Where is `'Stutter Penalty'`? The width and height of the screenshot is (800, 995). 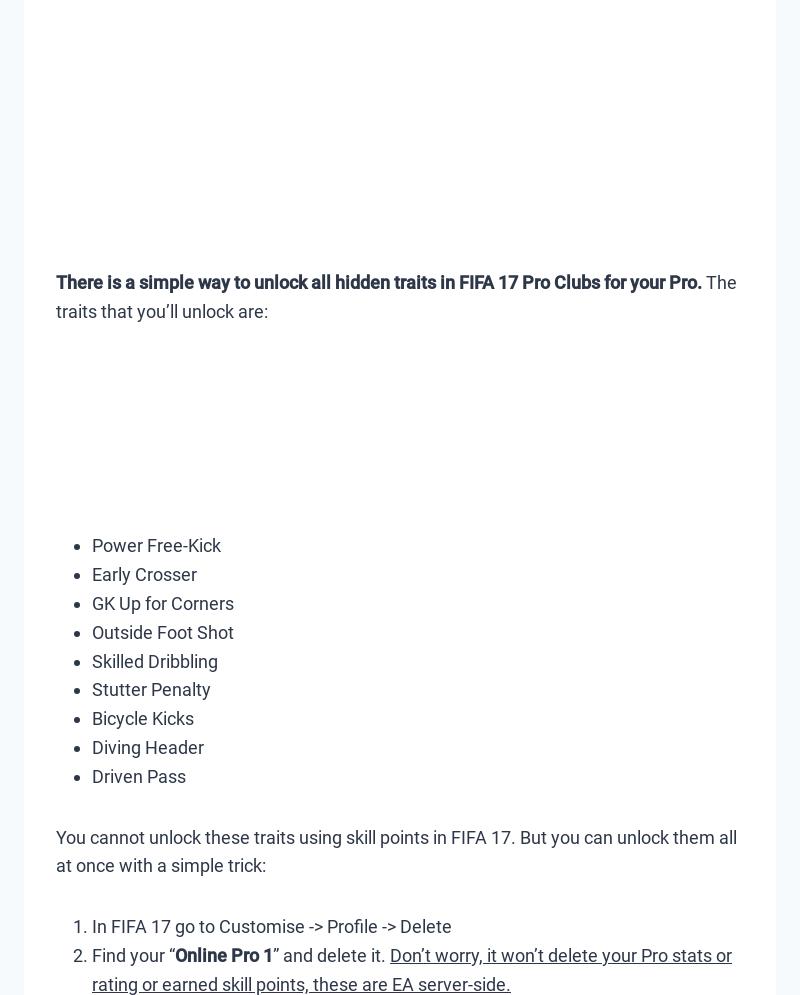
'Stutter Penalty' is located at coordinates (151, 689).